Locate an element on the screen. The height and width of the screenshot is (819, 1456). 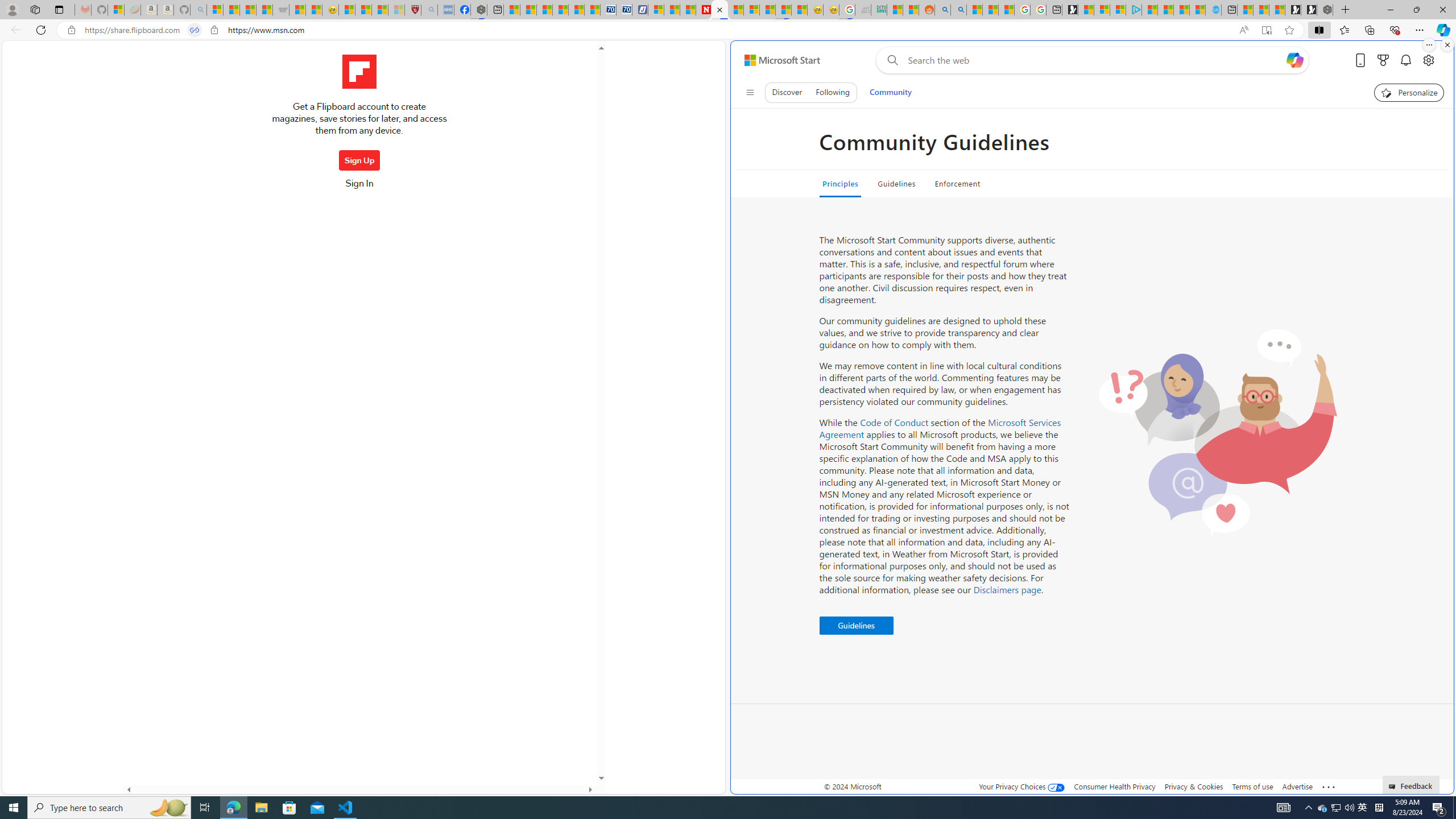
'Class: oneFooter_seeMore-DS-EntryPoint1-1' is located at coordinates (1328, 786).